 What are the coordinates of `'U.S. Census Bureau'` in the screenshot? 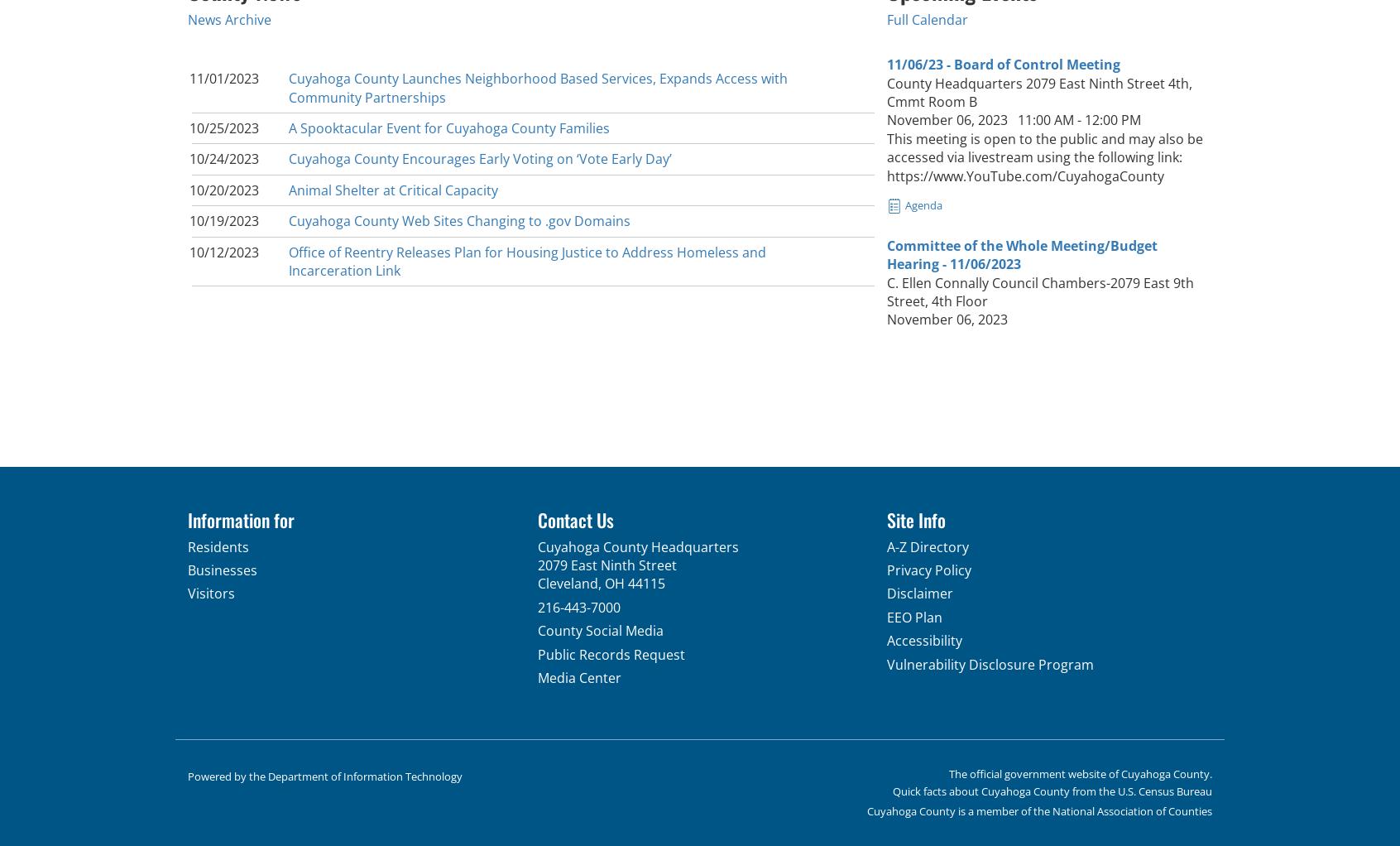 It's located at (1165, 789).